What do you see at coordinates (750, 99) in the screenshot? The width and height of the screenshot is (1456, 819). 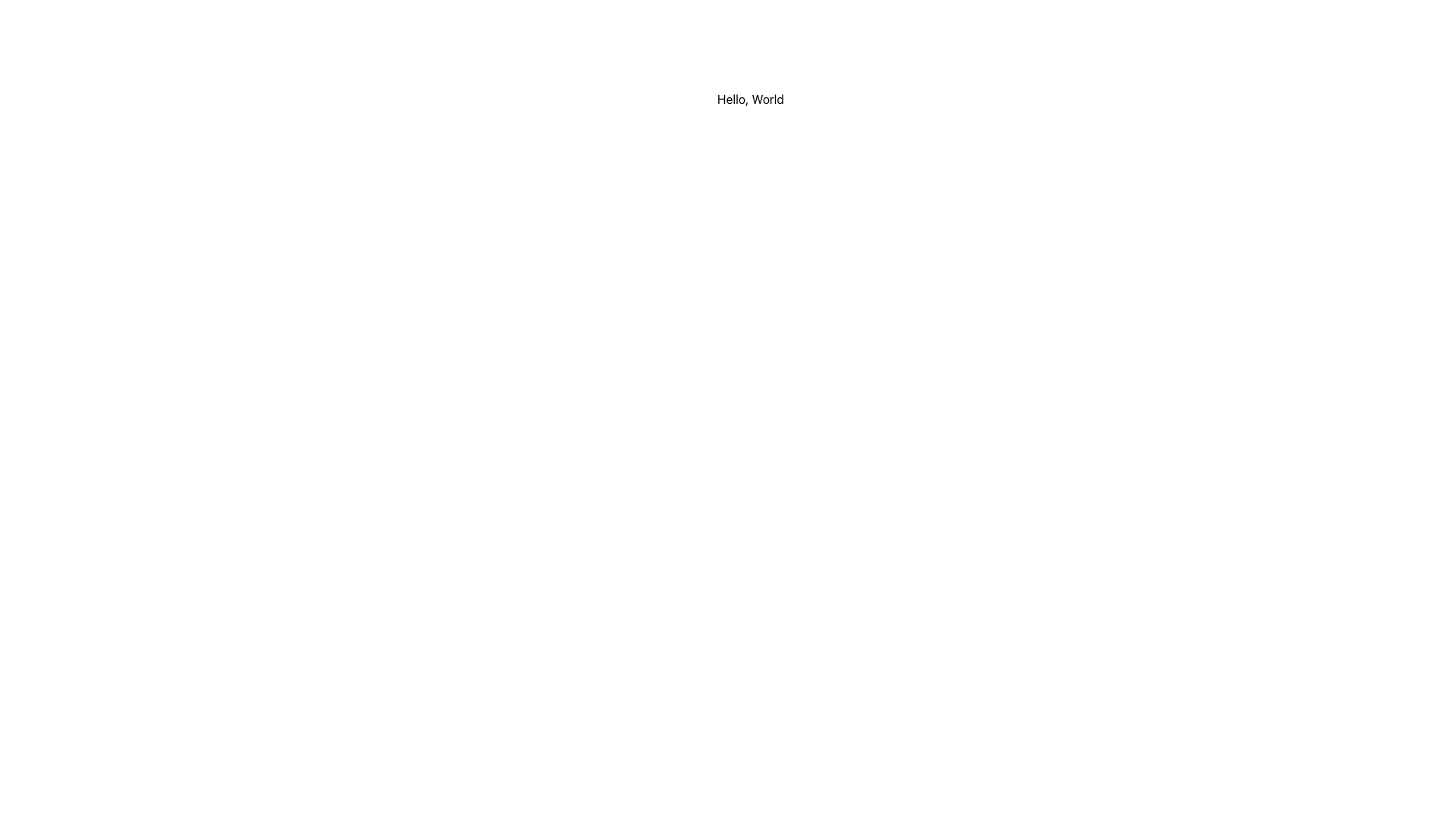 I see `the text label displaying 'Hello, World' located at the top center of the interface` at bounding box center [750, 99].